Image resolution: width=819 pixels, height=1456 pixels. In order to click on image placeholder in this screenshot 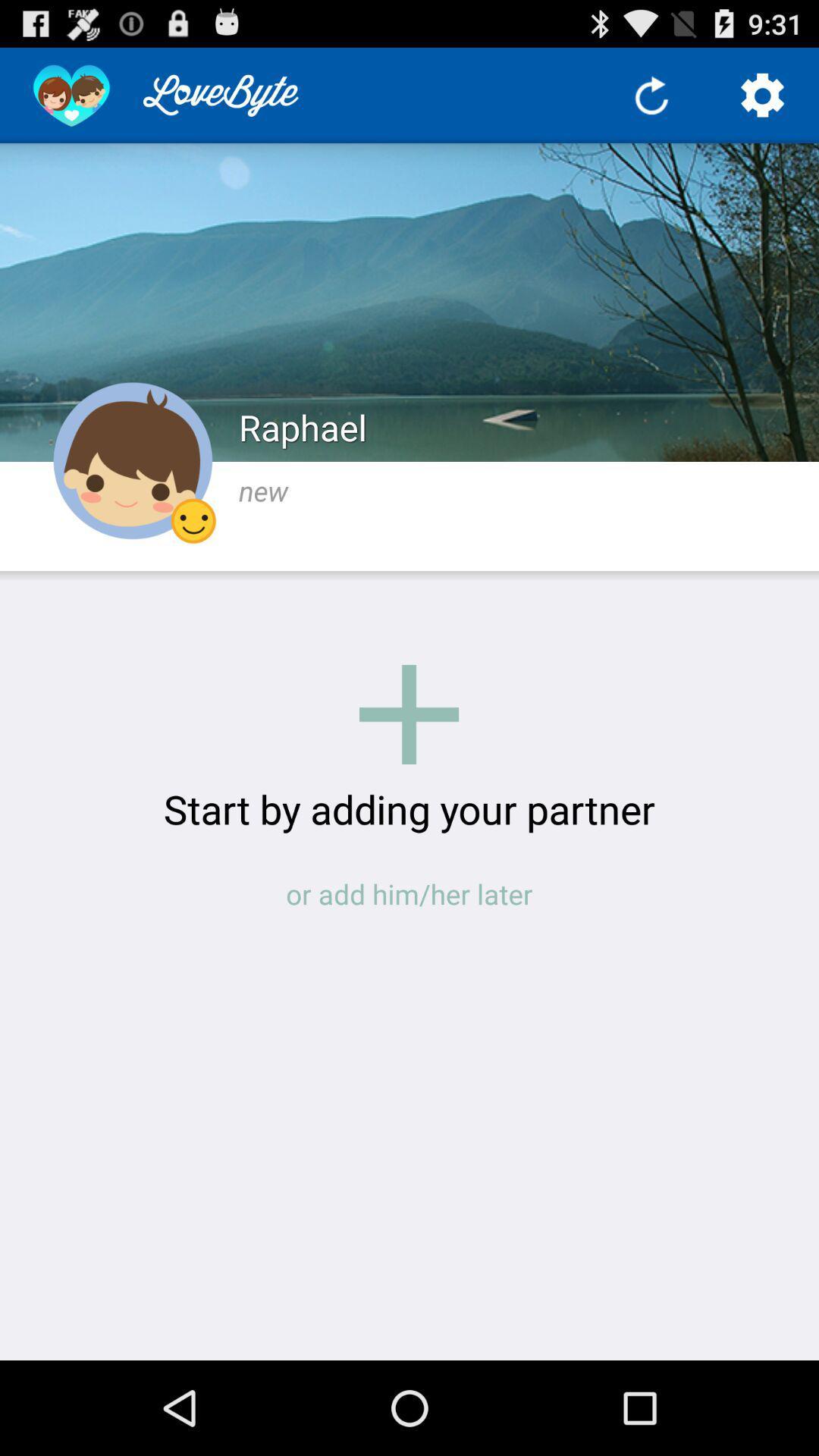, I will do `click(408, 714)`.